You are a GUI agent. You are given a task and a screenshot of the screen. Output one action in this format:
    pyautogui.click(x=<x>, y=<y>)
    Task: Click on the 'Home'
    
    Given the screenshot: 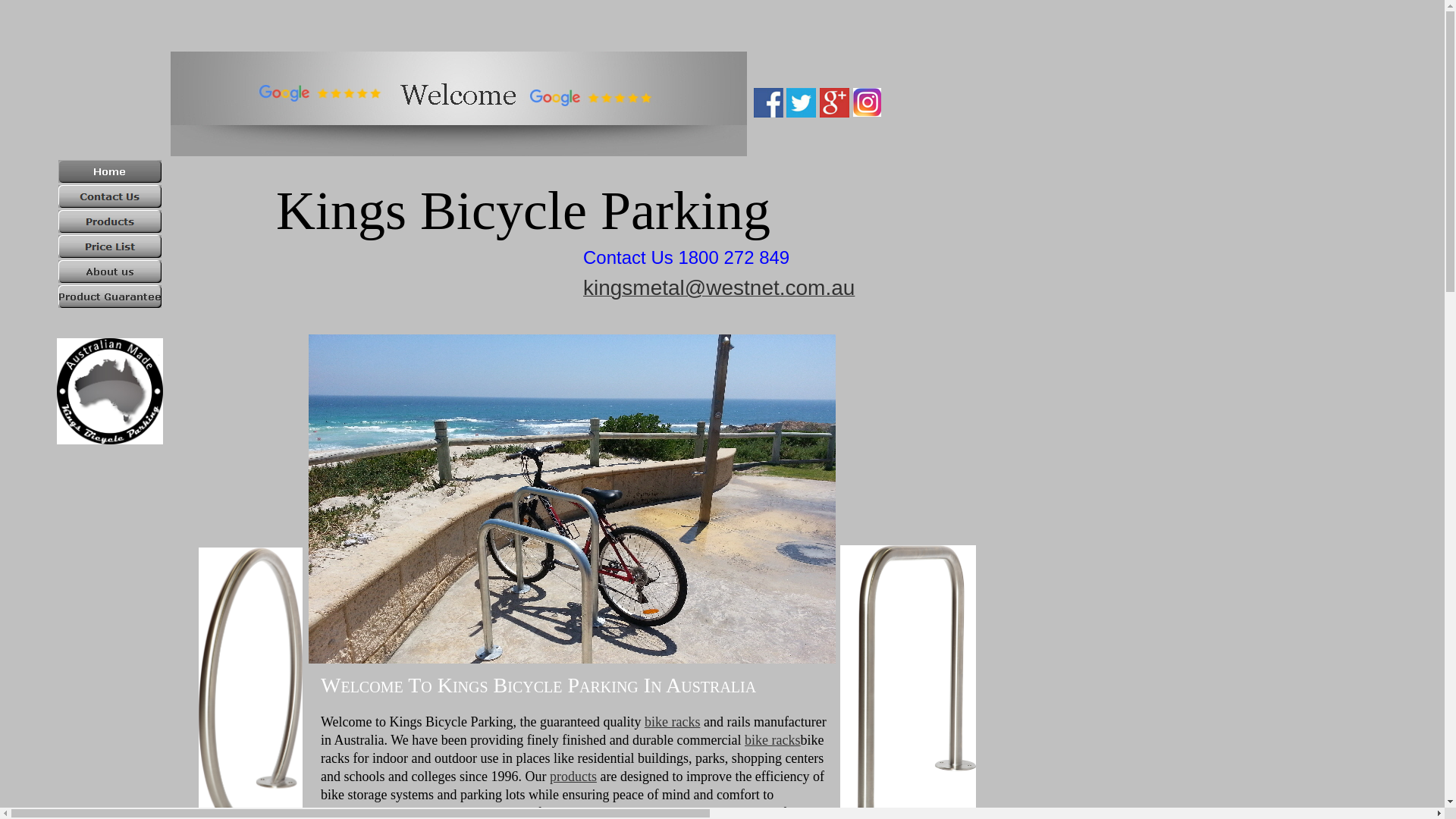 What is the action you would take?
    pyautogui.click(x=108, y=171)
    